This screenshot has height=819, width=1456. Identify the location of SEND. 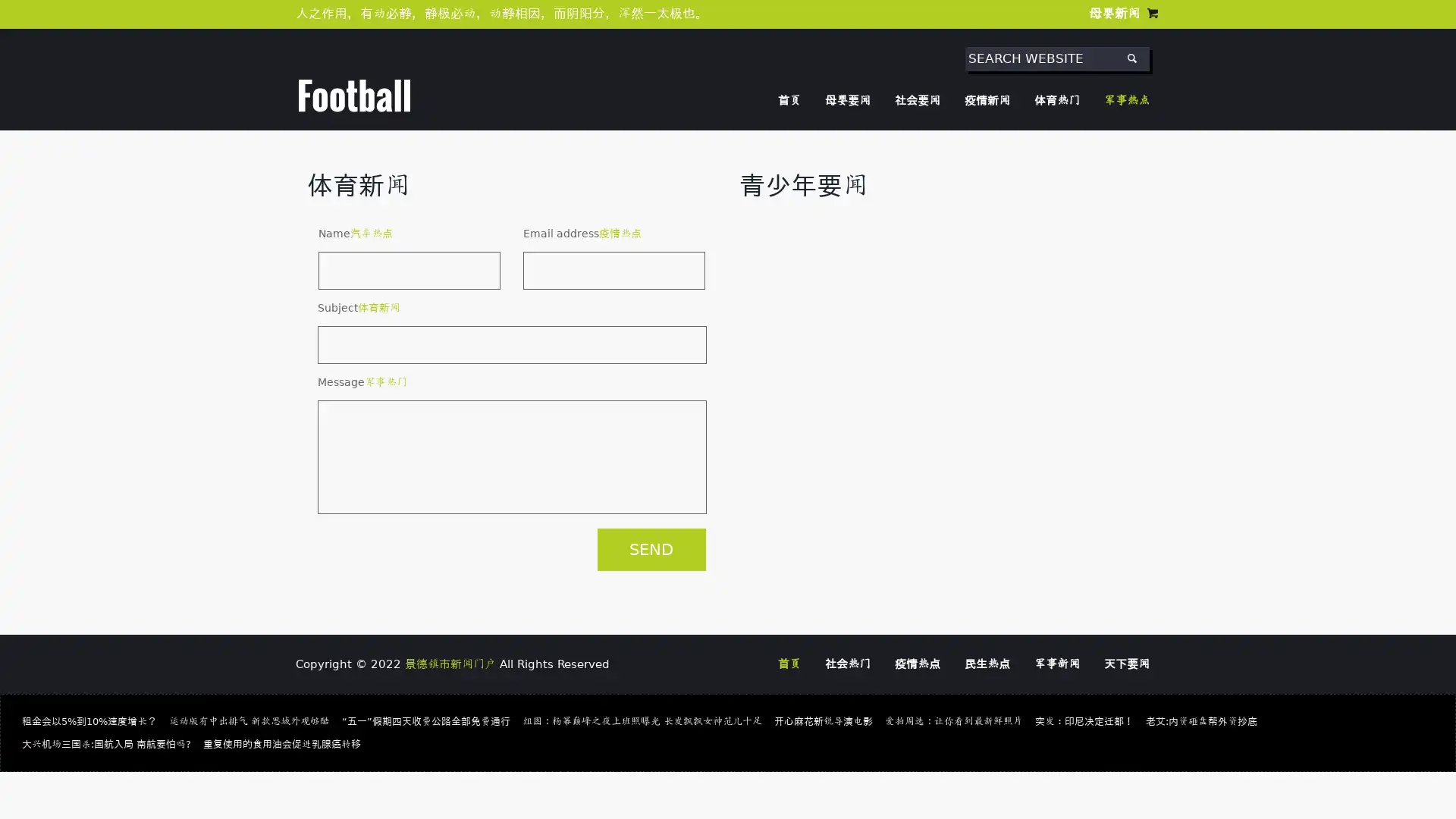
(651, 549).